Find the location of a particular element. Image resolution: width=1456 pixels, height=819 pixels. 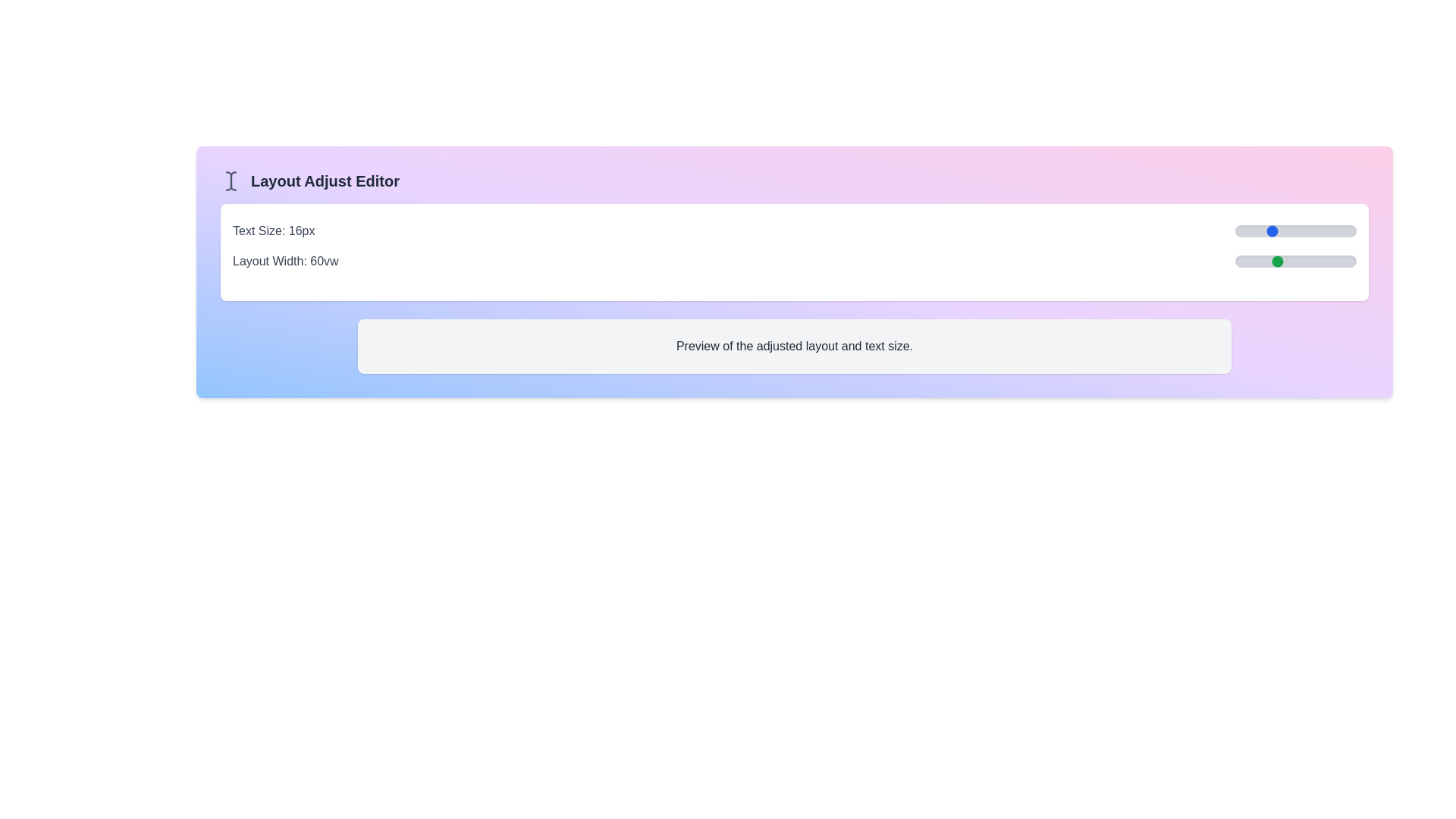

the slider is located at coordinates (1244, 231).